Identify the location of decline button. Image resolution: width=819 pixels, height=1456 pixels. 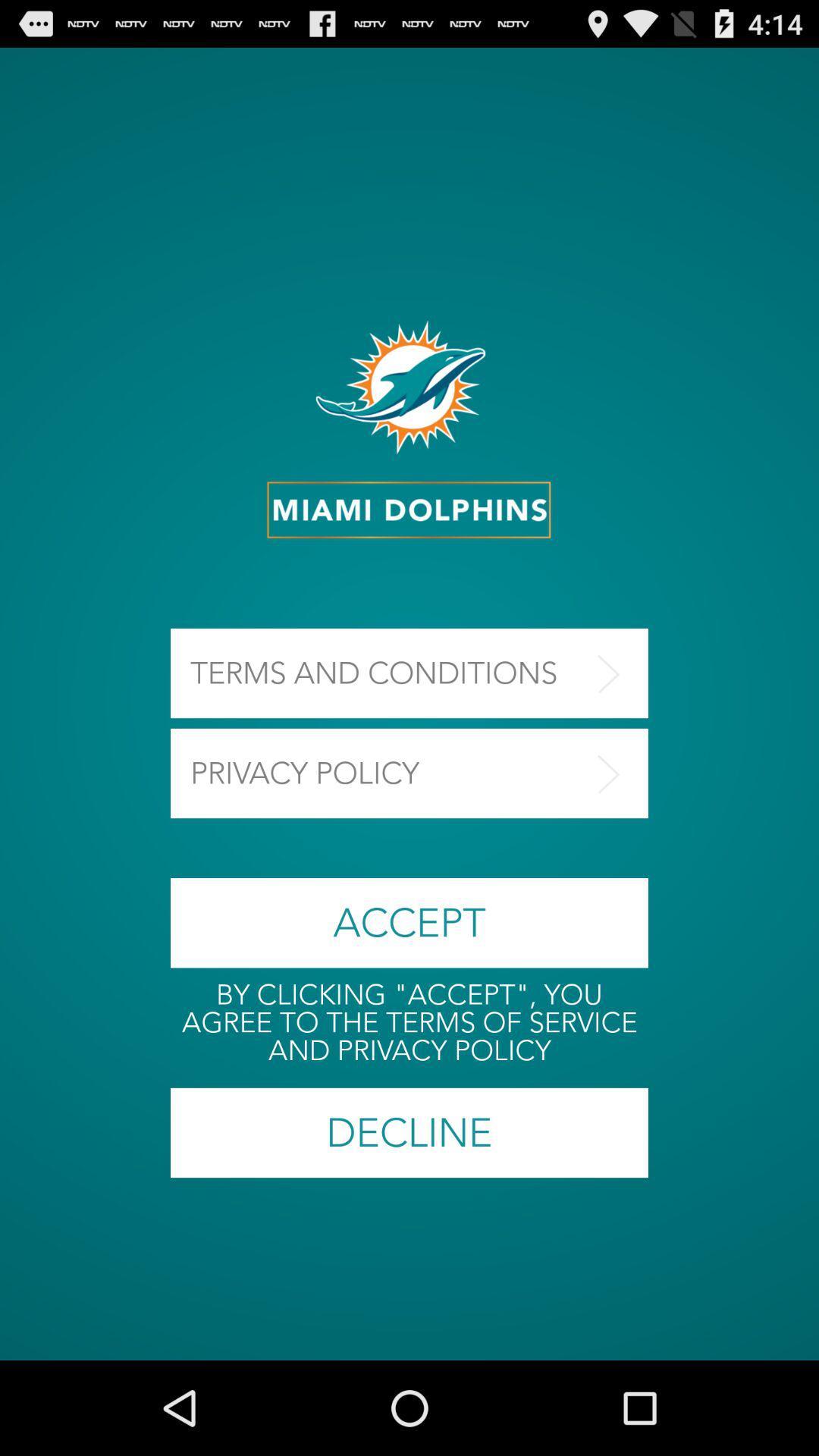
(409, 1132).